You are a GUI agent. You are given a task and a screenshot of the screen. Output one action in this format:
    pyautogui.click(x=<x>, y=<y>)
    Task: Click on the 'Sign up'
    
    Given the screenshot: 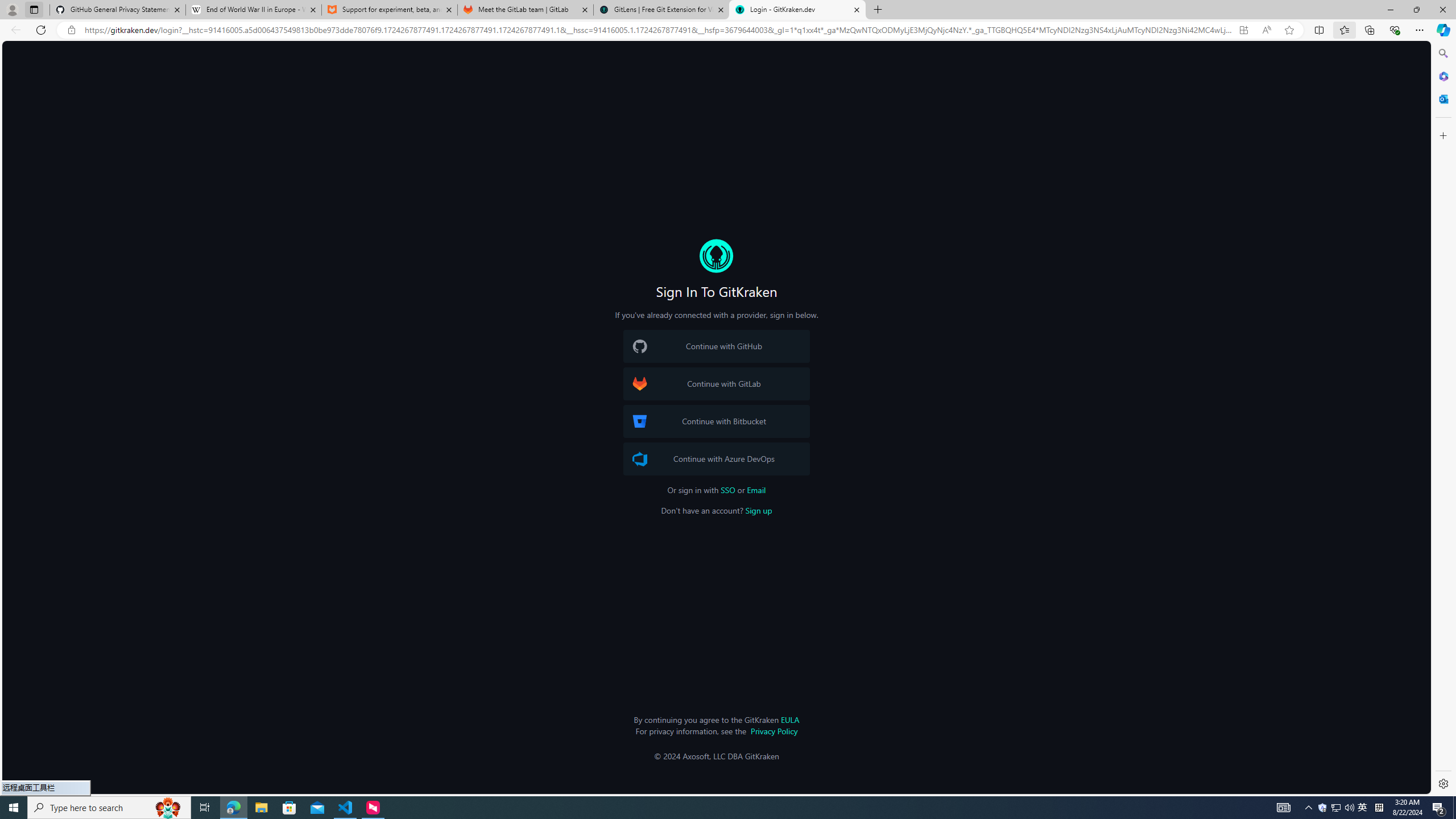 What is the action you would take?
    pyautogui.click(x=758, y=510)
    